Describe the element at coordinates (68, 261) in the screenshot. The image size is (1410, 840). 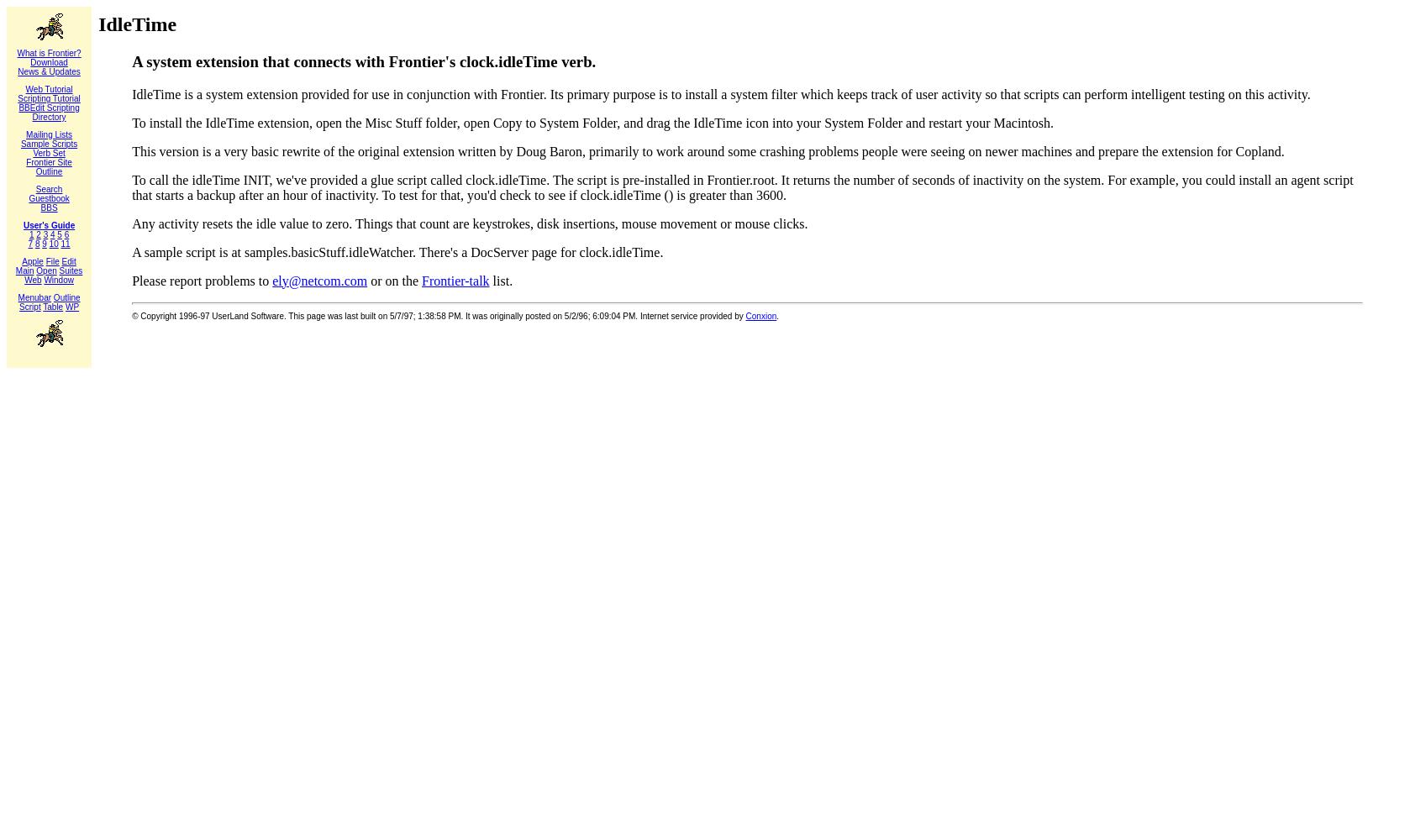
I see `'Edit'` at that location.